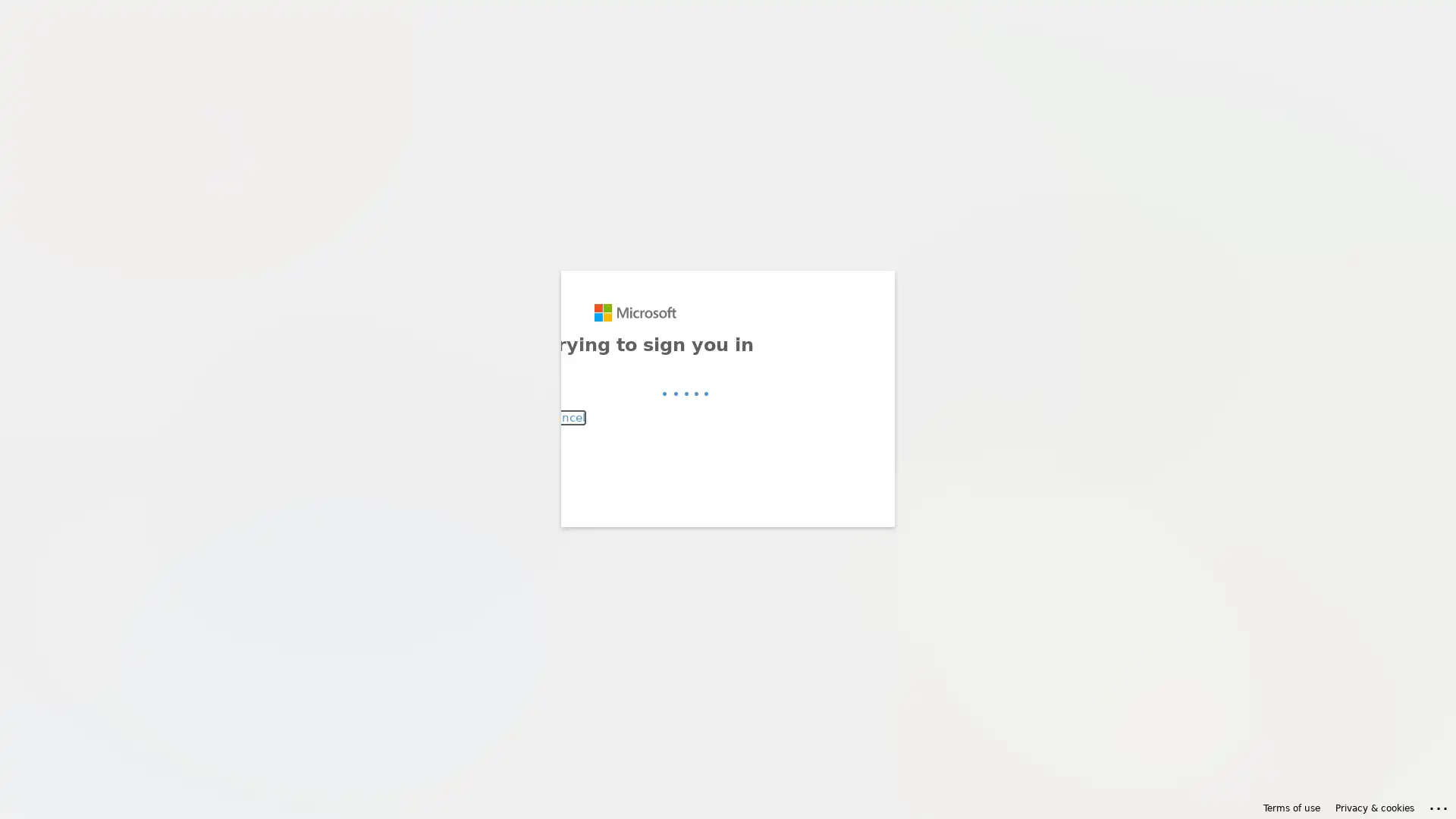 The height and width of the screenshot is (819, 1456). What do you see at coordinates (735, 452) in the screenshot?
I see `Back` at bounding box center [735, 452].